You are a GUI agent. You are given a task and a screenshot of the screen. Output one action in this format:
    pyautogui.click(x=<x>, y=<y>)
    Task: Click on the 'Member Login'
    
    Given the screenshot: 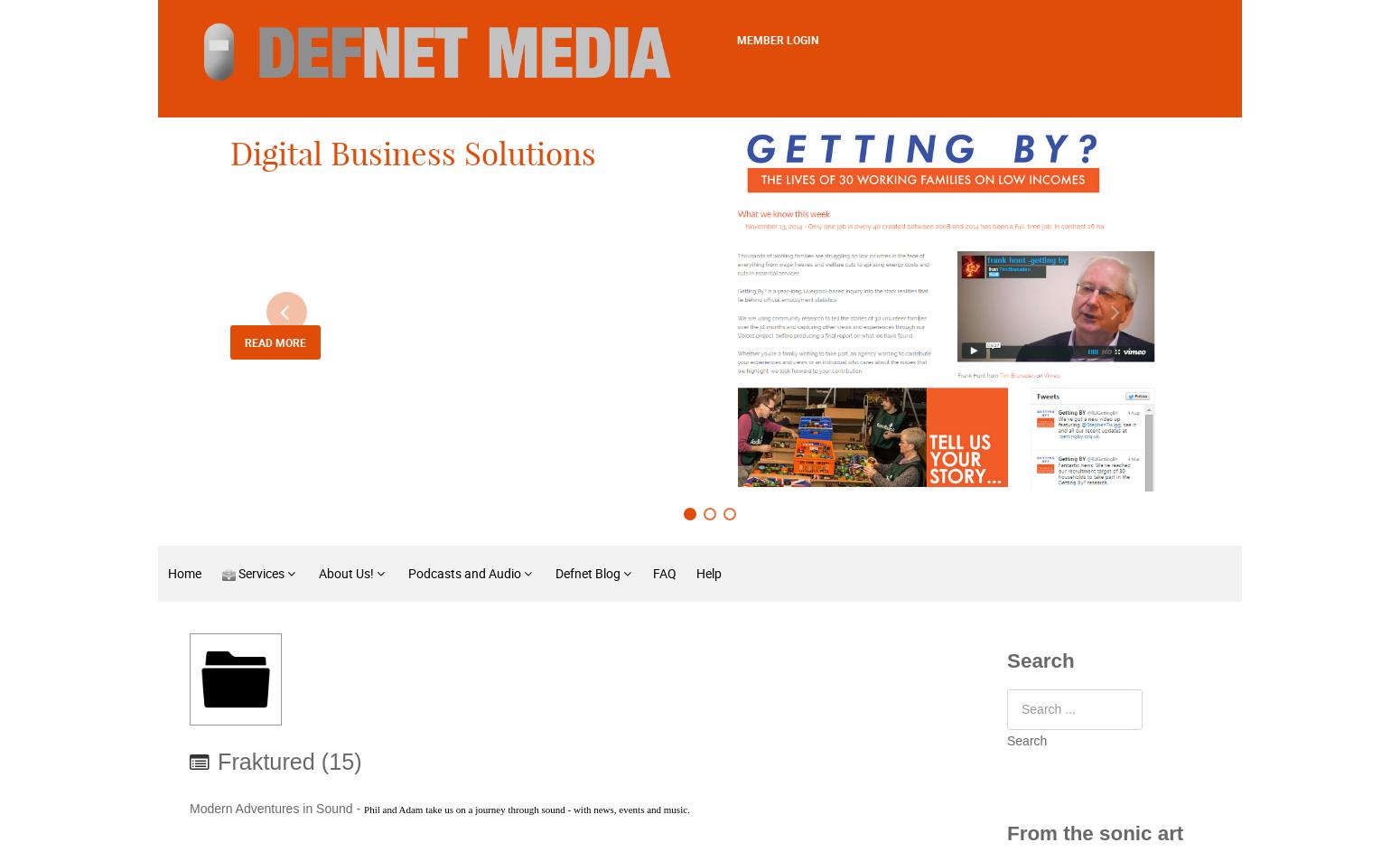 What is the action you would take?
    pyautogui.click(x=778, y=40)
    